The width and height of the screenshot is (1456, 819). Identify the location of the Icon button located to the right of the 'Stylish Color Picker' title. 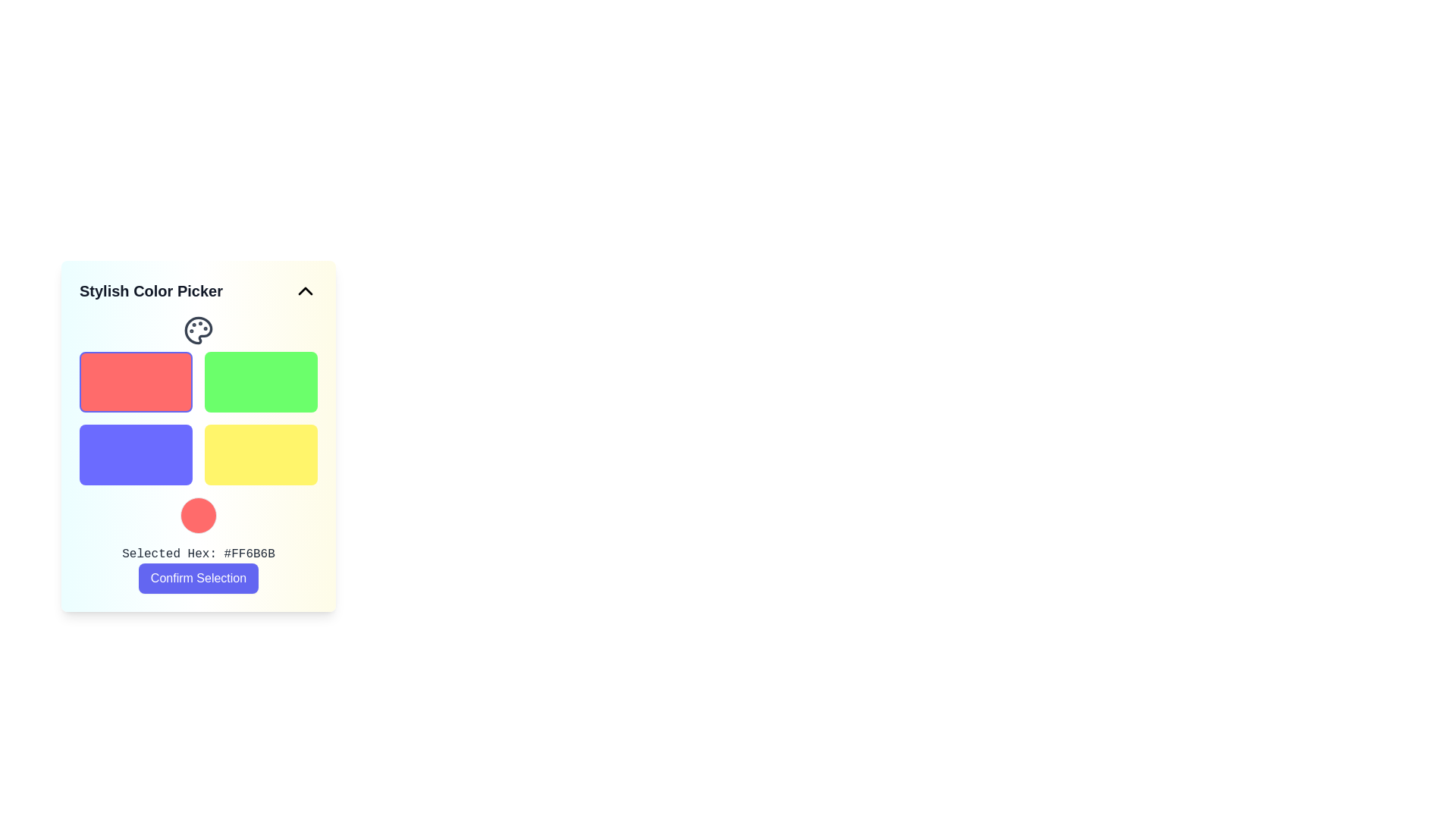
(305, 291).